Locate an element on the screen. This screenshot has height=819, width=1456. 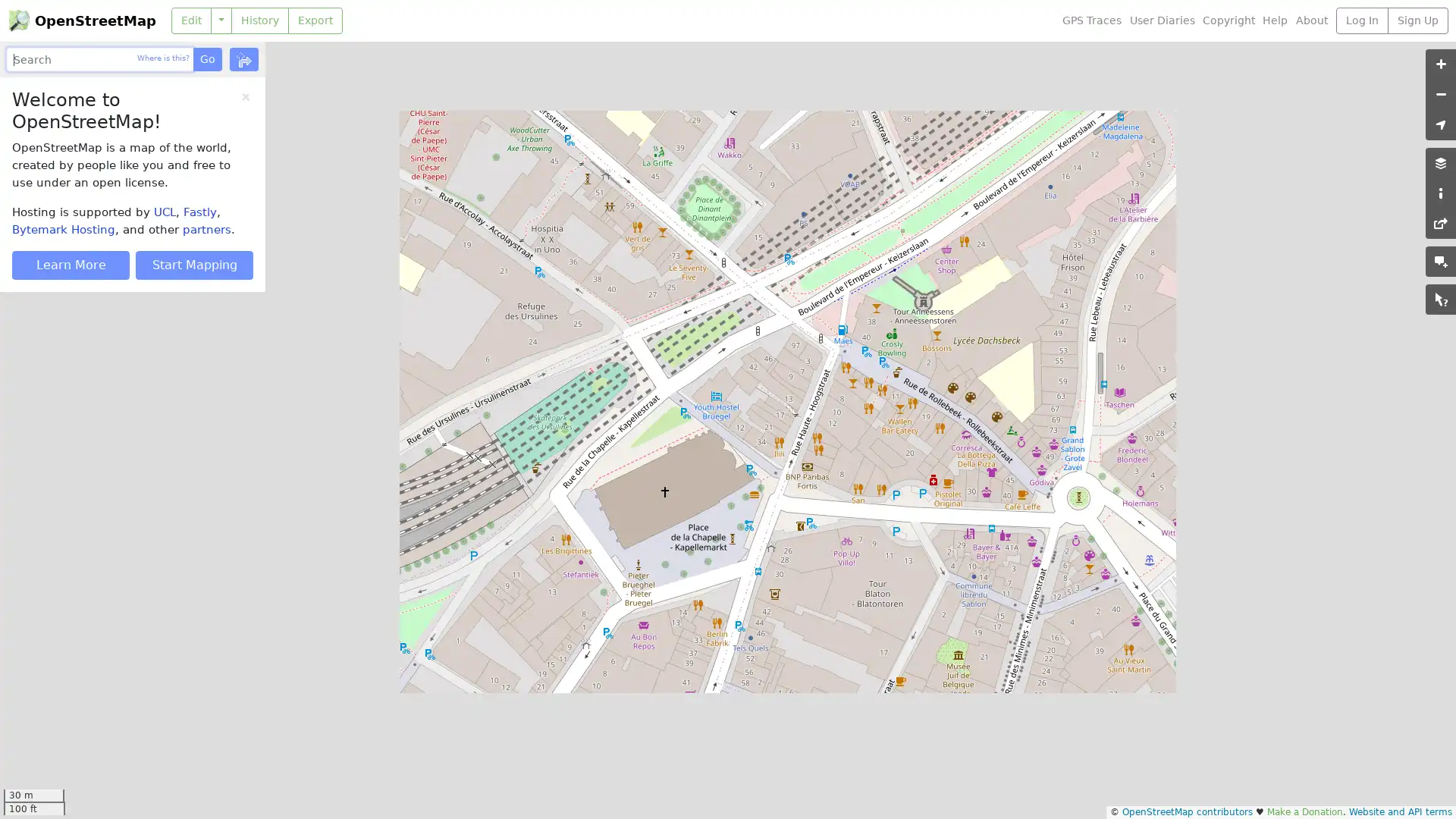
Go is located at coordinates (206, 58).